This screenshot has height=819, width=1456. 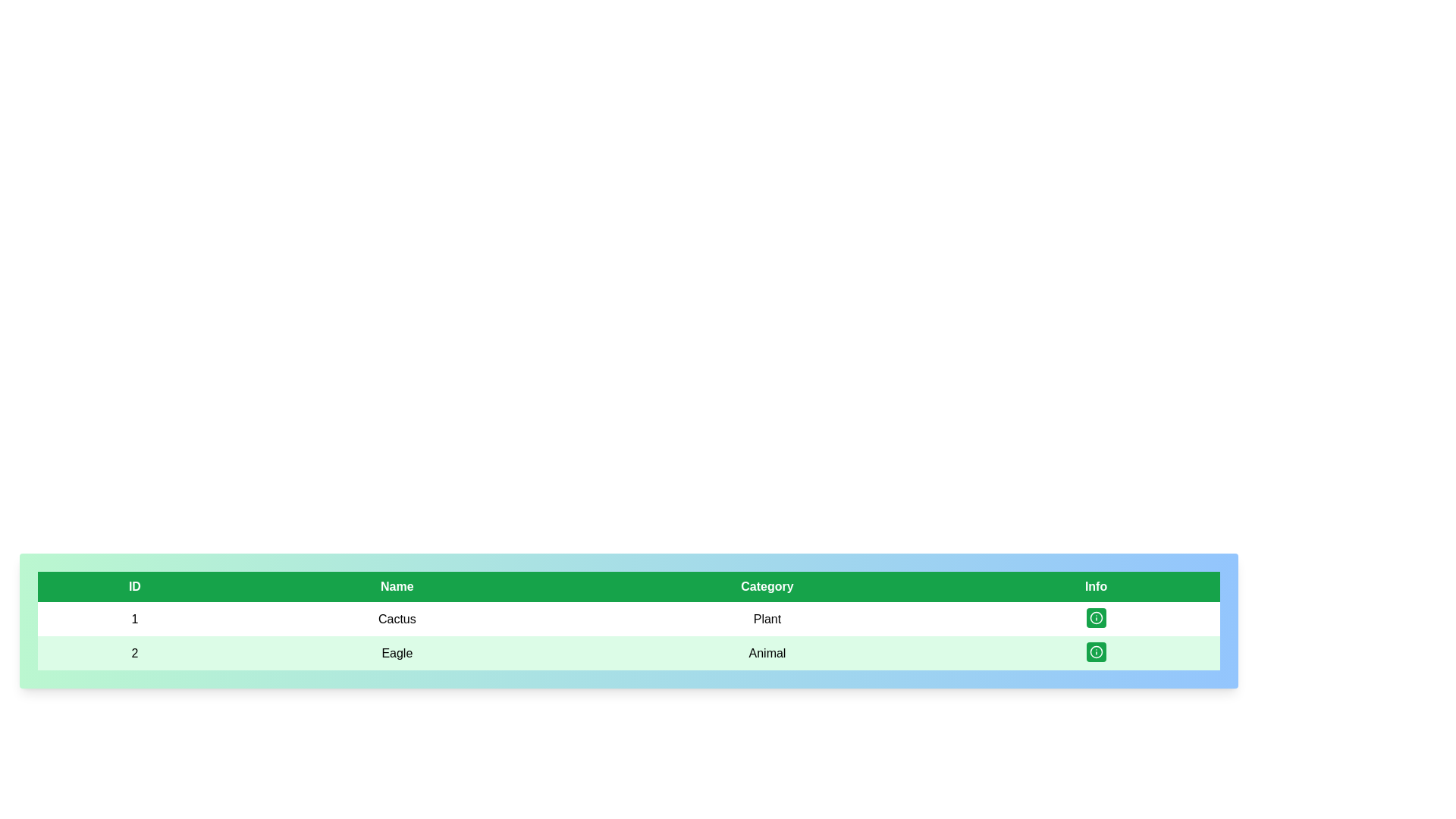 What do you see at coordinates (1096, 651) in the screenshot?
I see `the Circular SVG graphic element located in the 'Info' column of the data table, corresponding to the 'Cactus' row in the 'Plant' category` at bounding box center [1096, 651].